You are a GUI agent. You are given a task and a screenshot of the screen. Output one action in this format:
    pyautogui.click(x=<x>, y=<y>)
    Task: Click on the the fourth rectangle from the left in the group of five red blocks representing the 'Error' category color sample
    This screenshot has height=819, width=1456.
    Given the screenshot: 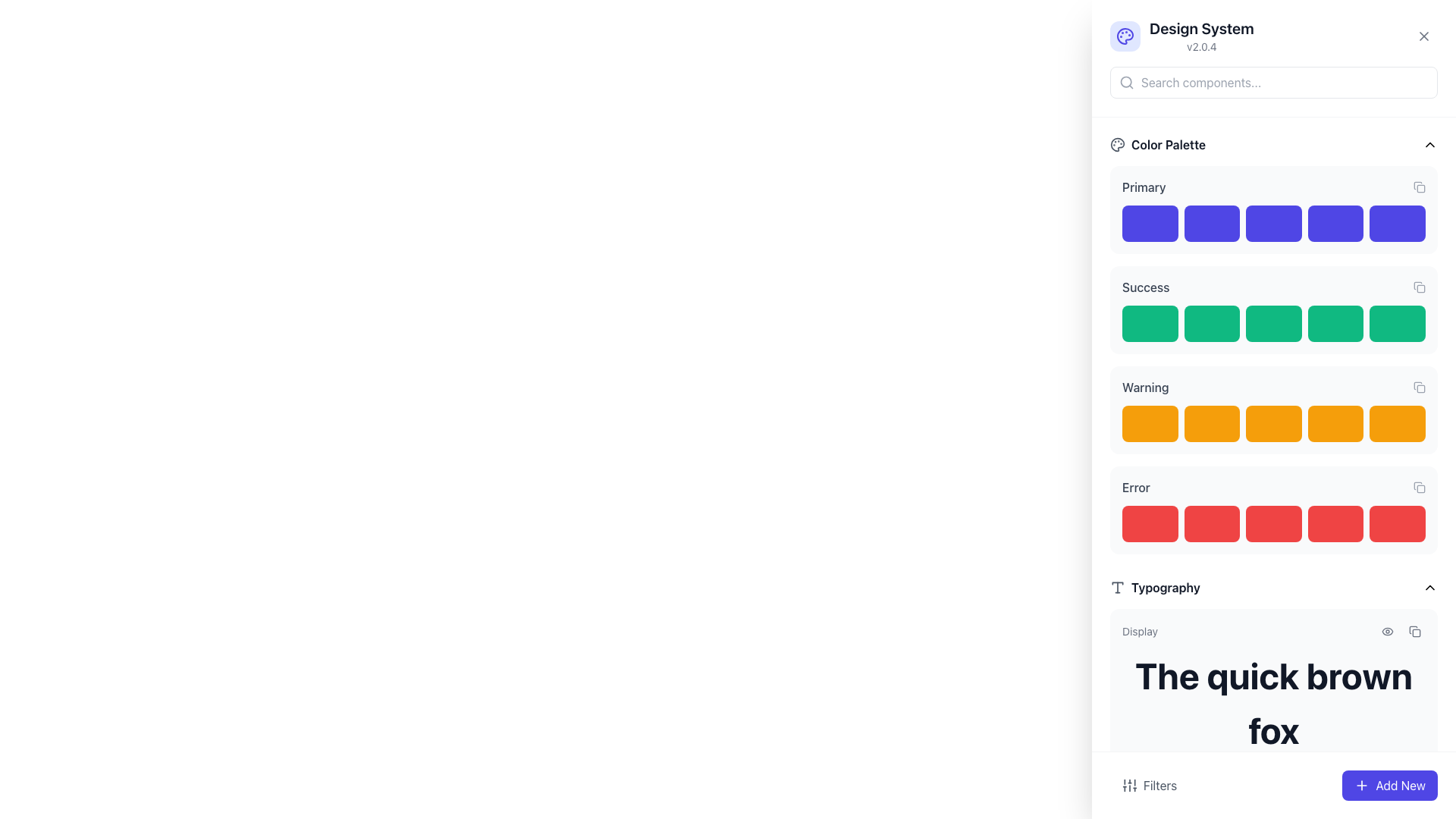 What is the action you would take?
    pyautogui.click(x=1335, y=522)
    